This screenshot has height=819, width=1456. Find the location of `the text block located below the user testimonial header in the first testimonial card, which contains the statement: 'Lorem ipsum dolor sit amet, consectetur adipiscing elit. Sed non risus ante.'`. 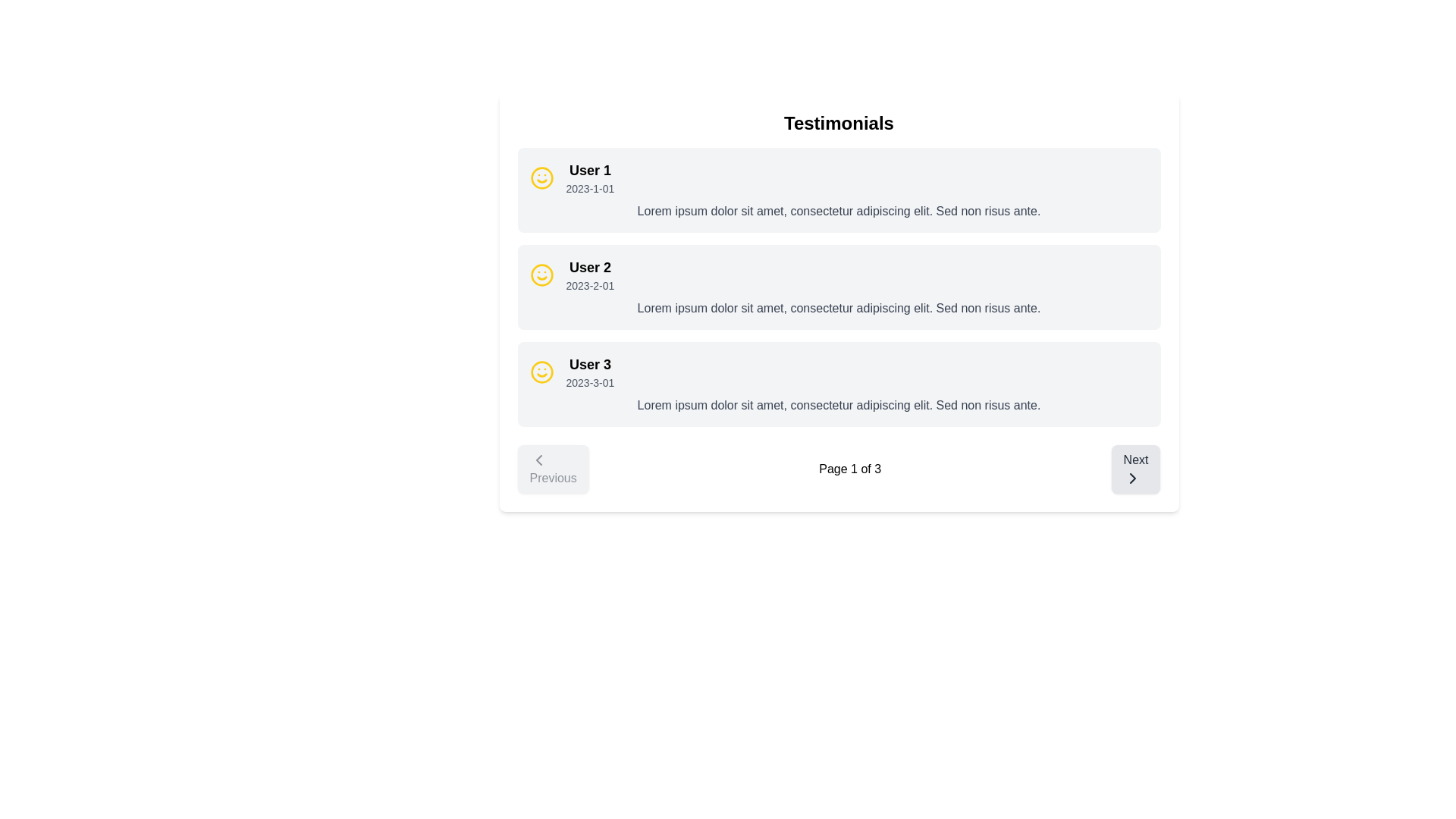

the text block located below the user testimonial header in the first testimonial card, which contains the statement: 'Lorem ipsum dolor sit amet, consectetur adipiscing elit. Sed non risus ante.' is located at coordinates (838, 211).